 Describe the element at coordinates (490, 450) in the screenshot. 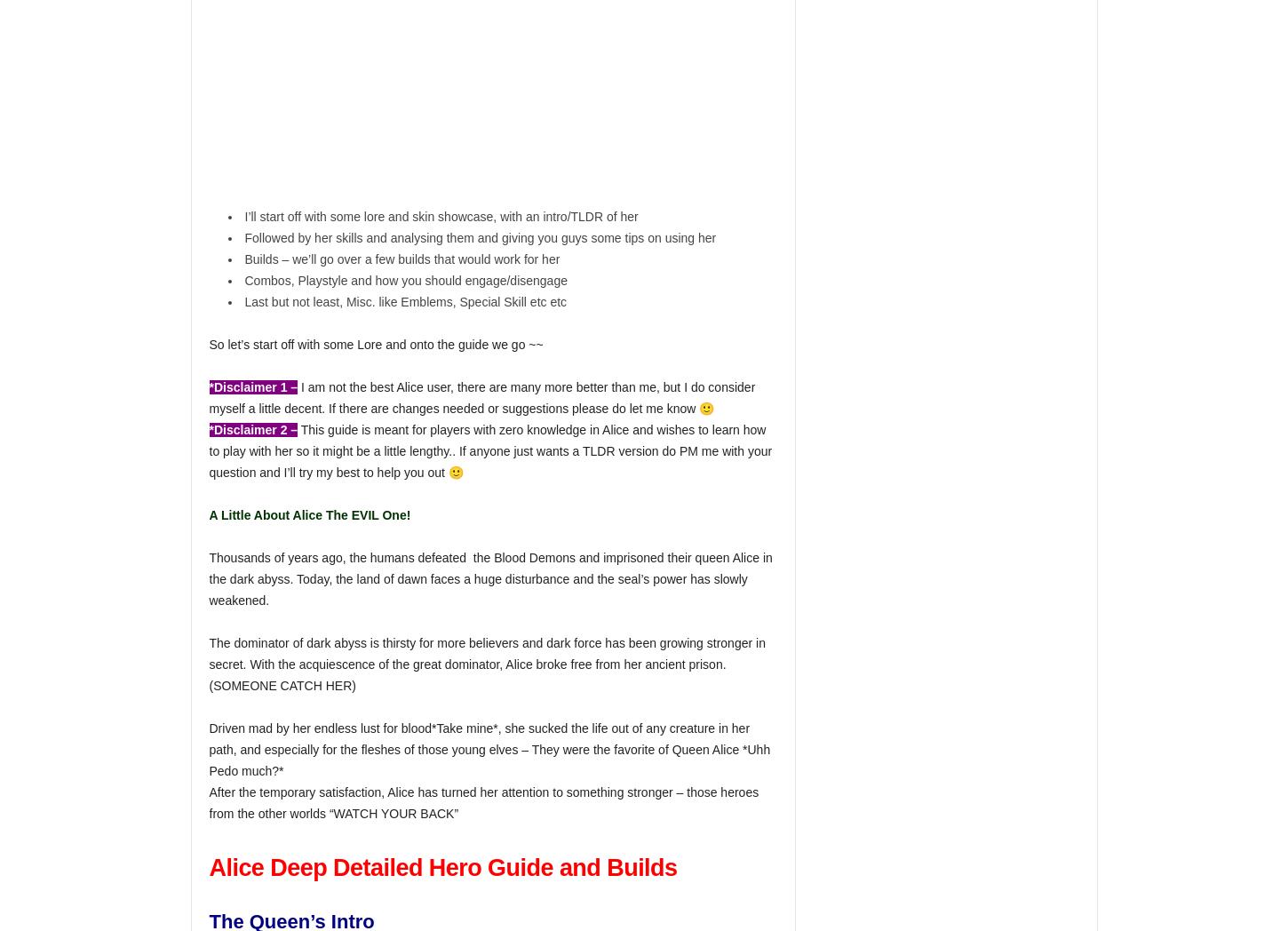

I see `'This guide is meant for players with zero knowledge in Alice and wishes to learn how to play with her so it might be a little lengthy.. If anyone just wants a TLDR version do PM me with your question and I’ll try my best to help you out 🙂'` at that location.